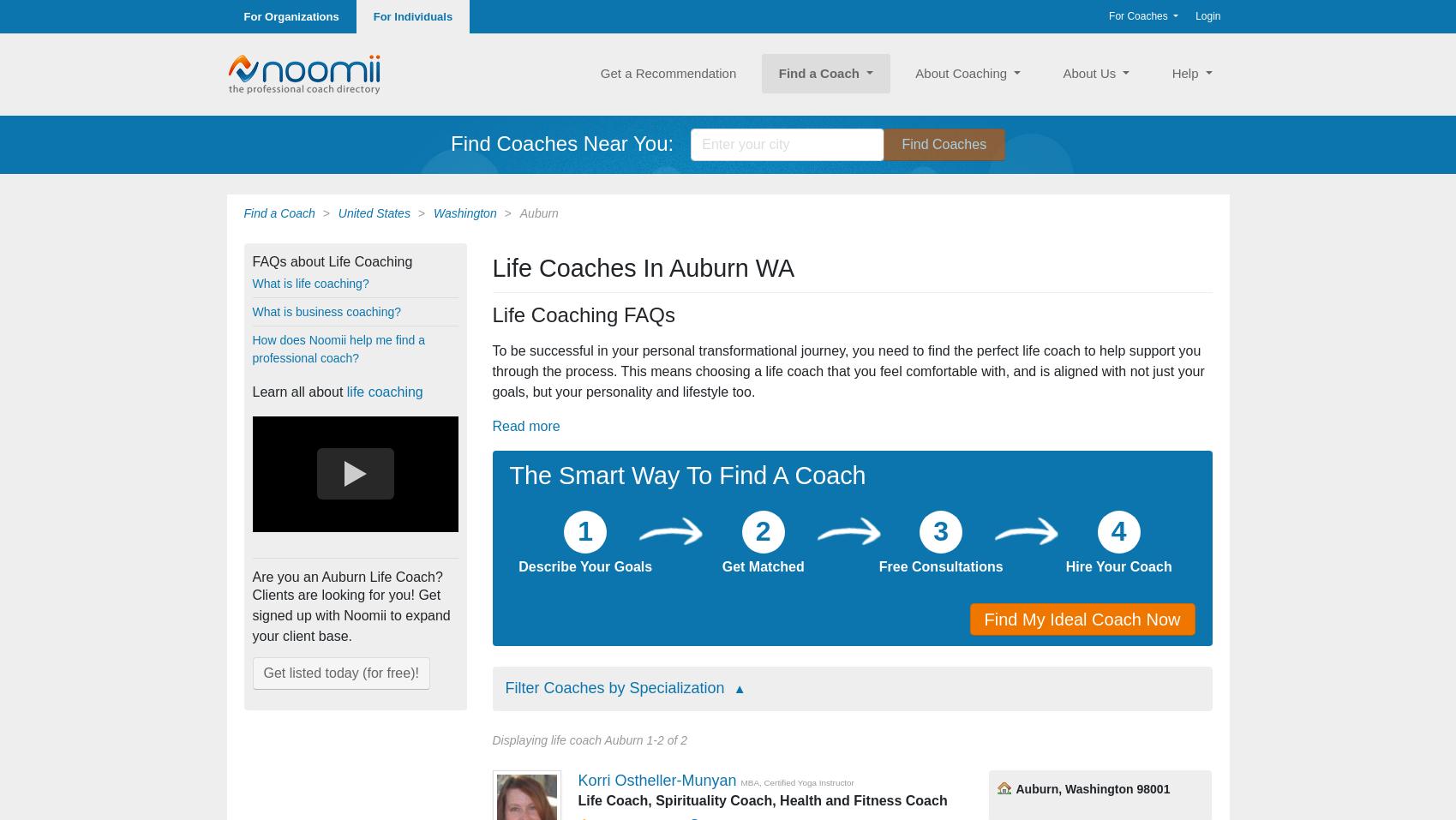 This screenshot has height=820, width=1456. Describe the element at coordinates (1073, 569) in the screenshot. I see `'Life Coach Auburn WA'` at that location.